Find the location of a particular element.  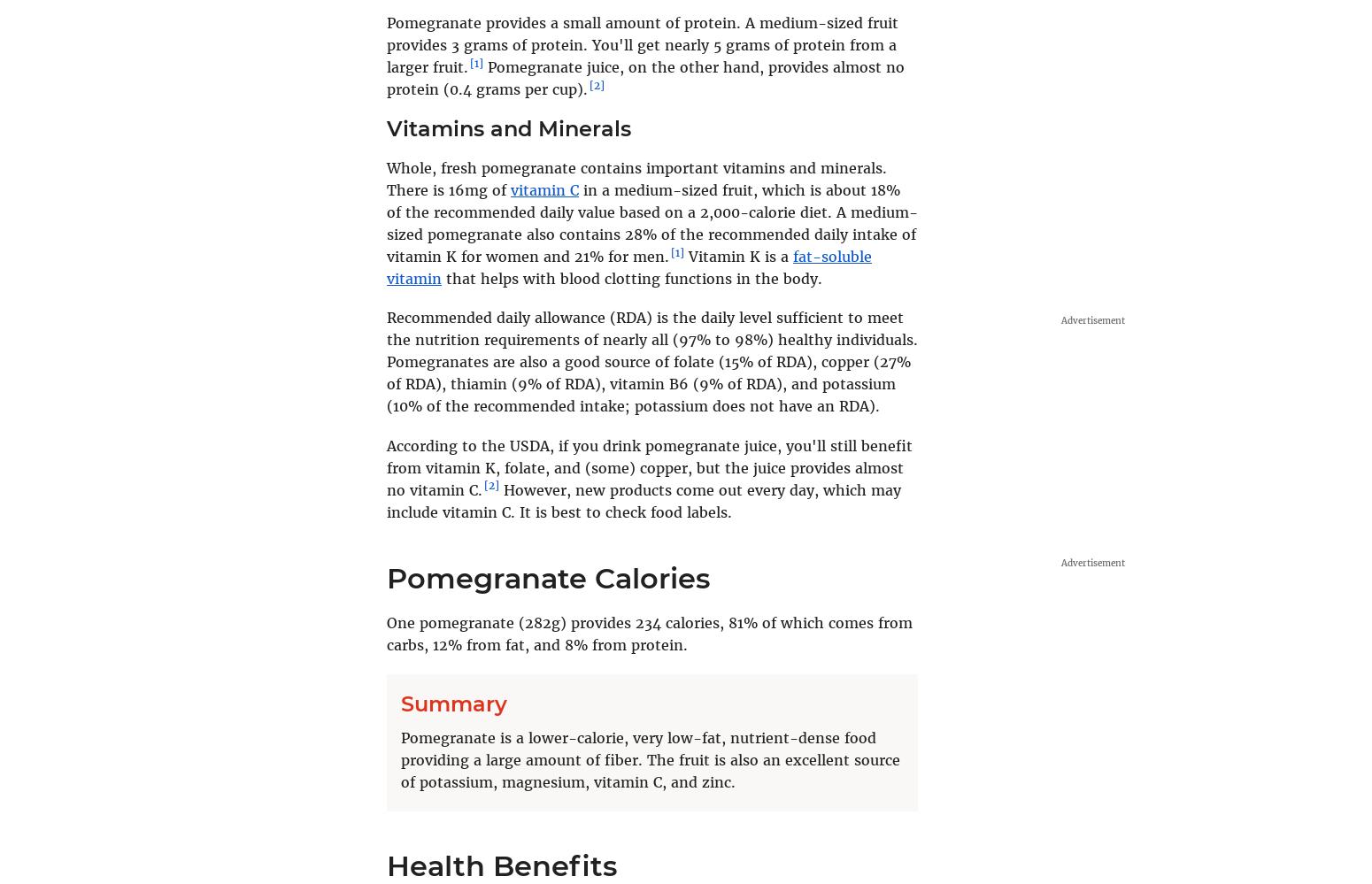

'One pomegranate (282g) provides 234 calories, 81% of which comes from carbs, 12% from fat, and 8% from protein.' is located at coordinates (649, 634).